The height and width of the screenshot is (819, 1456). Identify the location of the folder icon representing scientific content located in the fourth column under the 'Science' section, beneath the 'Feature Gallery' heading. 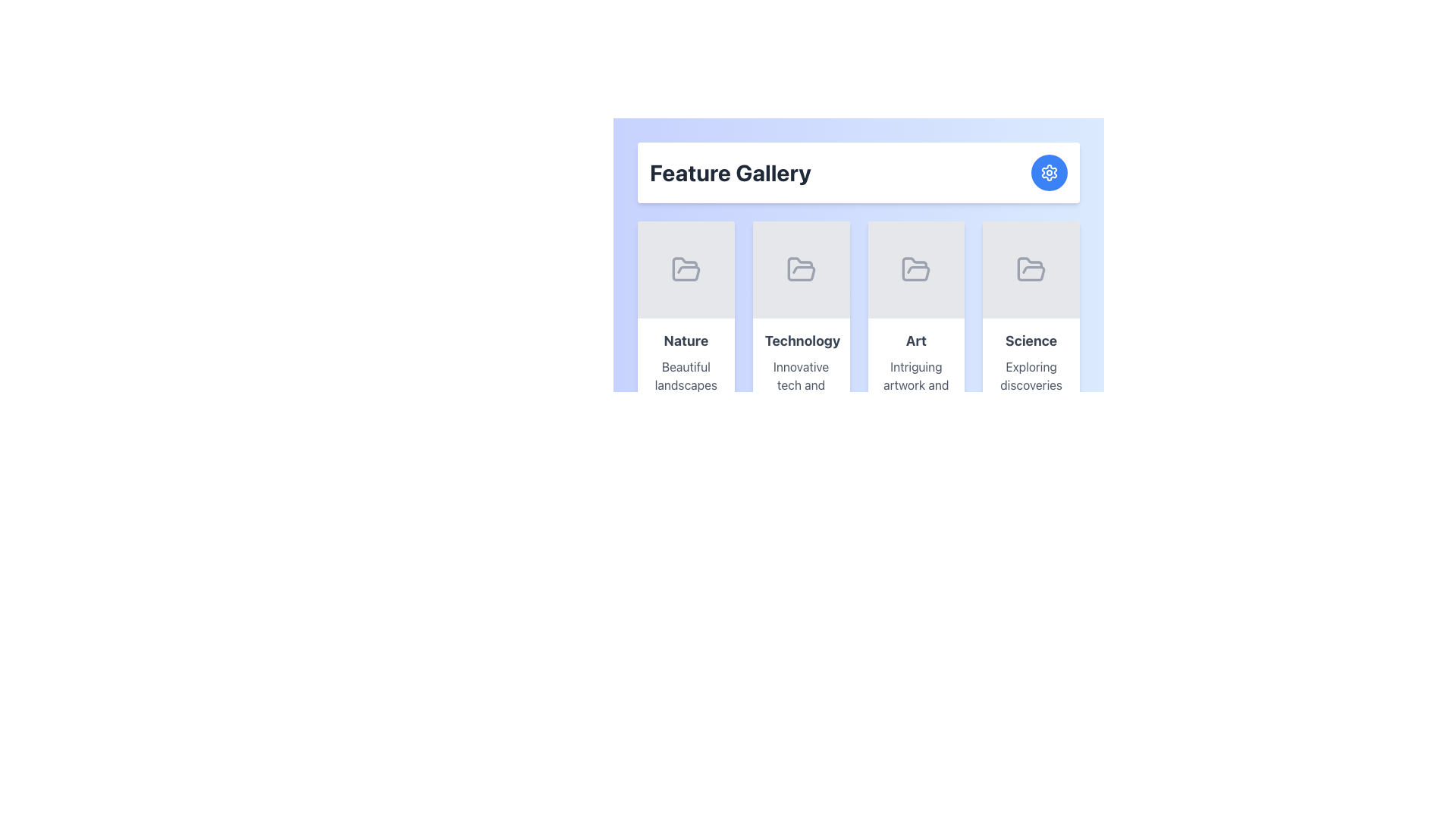
(1031, 268).